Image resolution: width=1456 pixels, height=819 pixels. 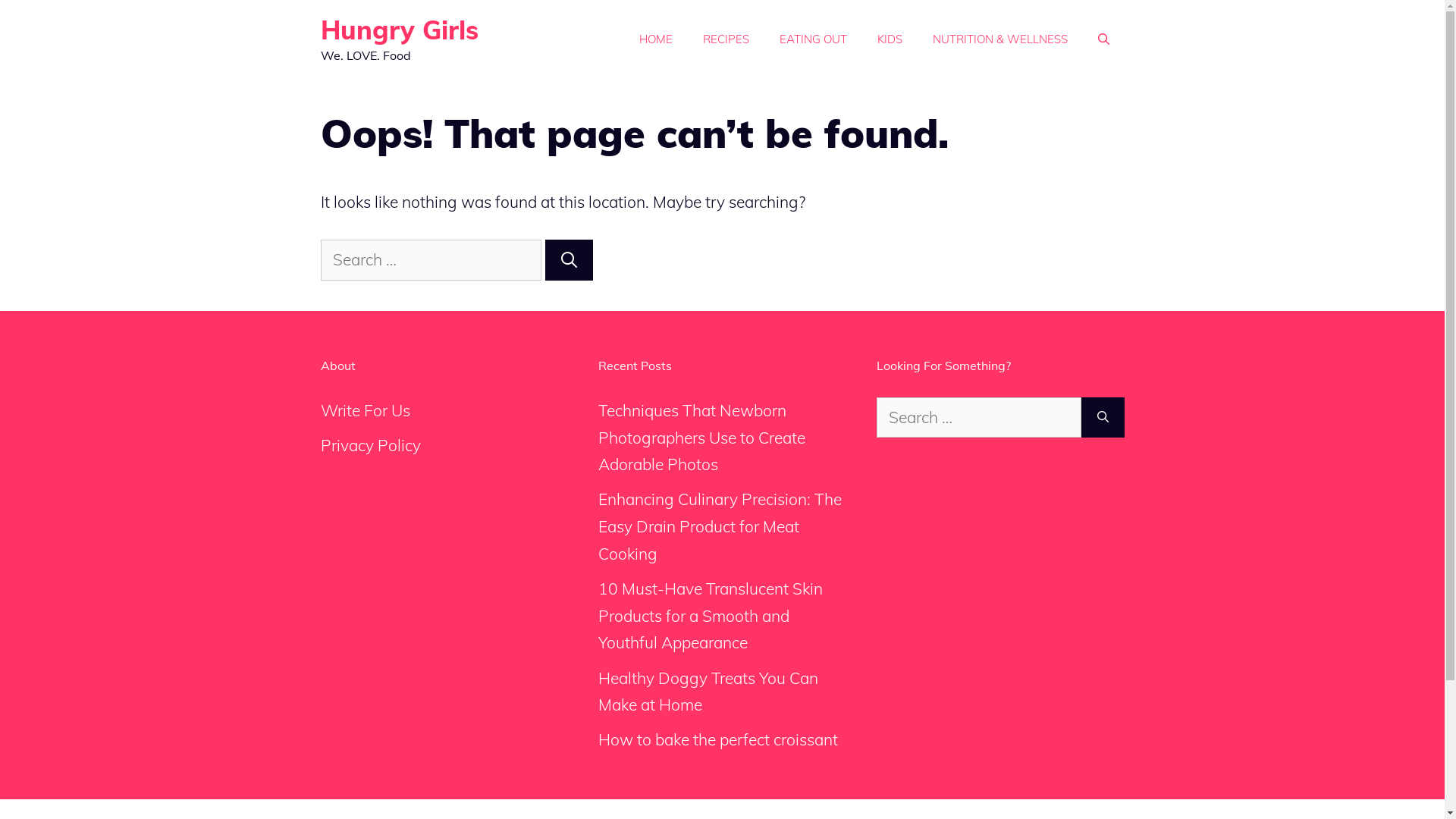 What do you see at coordinates (979, 418) in the screenshot?
I see `'Search for:'` at bounding box center [979, 418].